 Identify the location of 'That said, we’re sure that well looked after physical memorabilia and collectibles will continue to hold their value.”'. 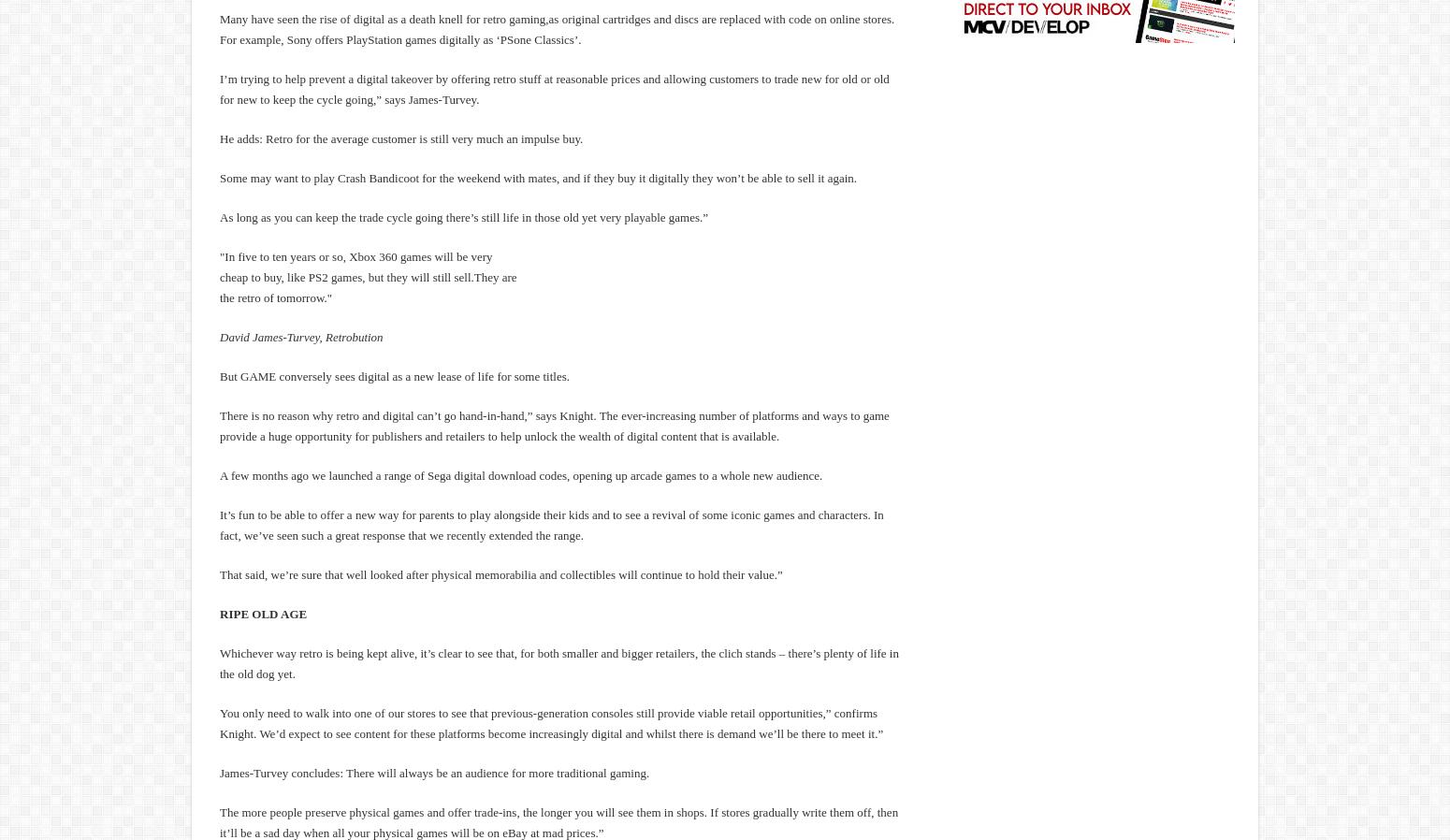
(500, 573).